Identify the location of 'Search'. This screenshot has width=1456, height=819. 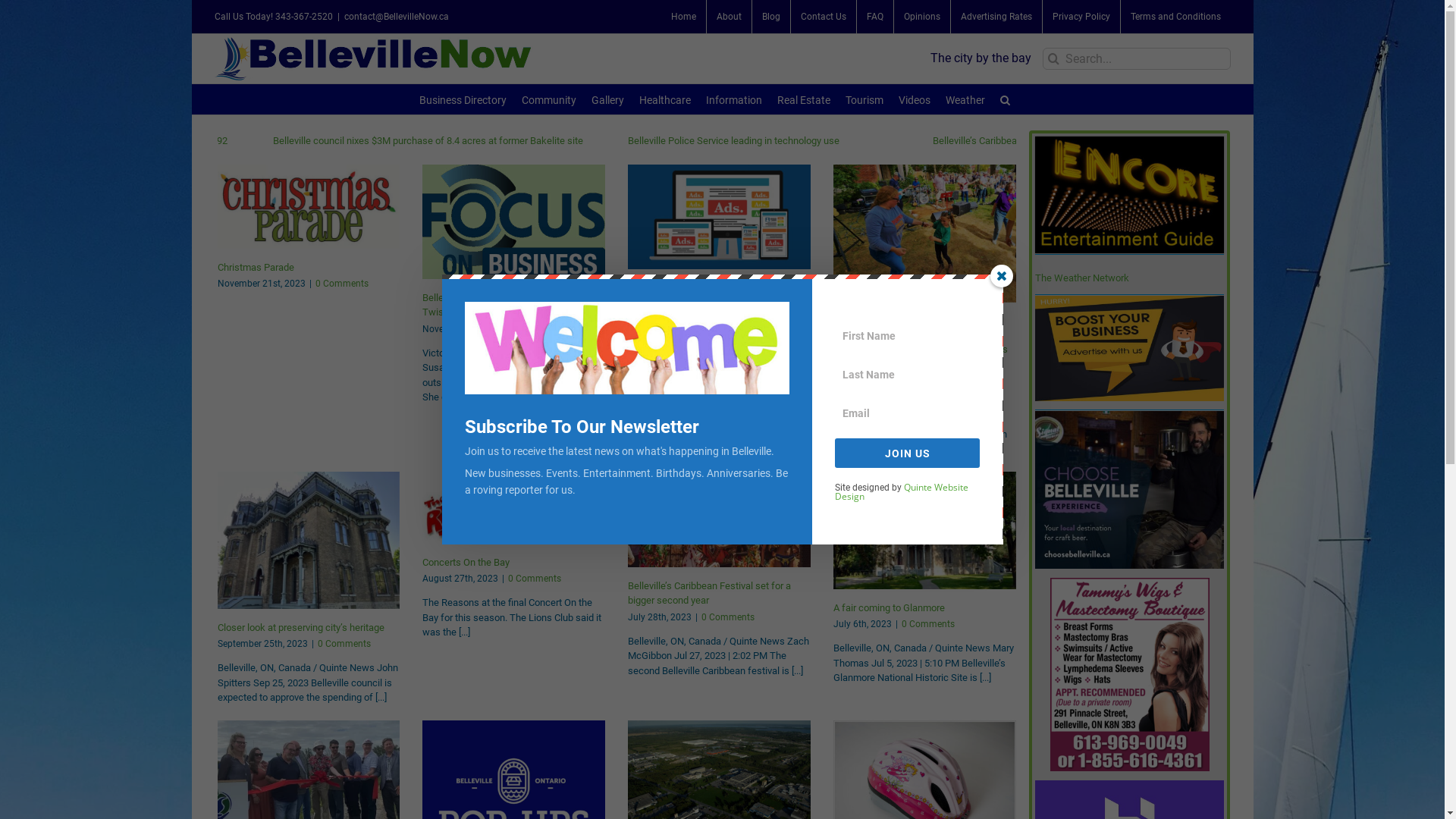
(1005, 99).